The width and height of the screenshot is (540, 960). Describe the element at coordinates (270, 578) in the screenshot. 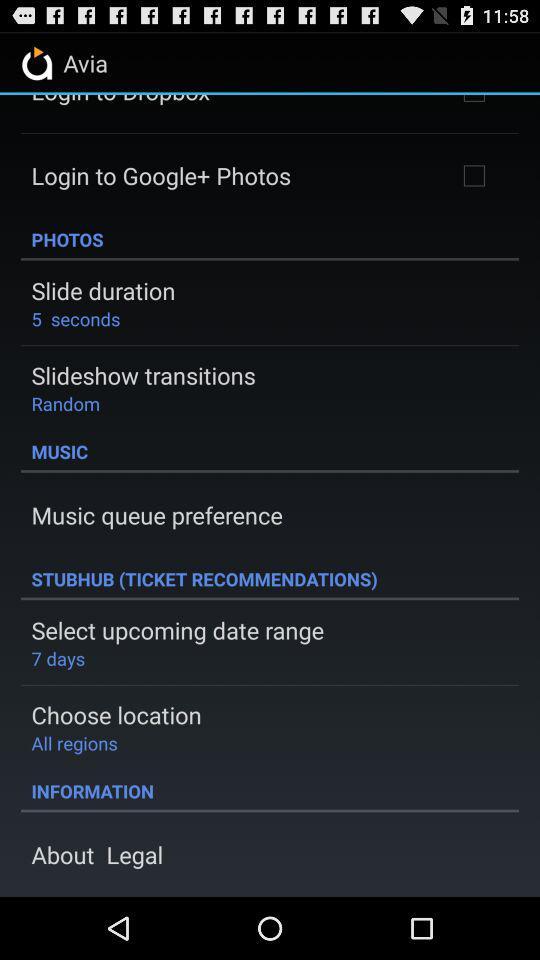

I see `the stubhub (ticket recommendations) item` at that location.